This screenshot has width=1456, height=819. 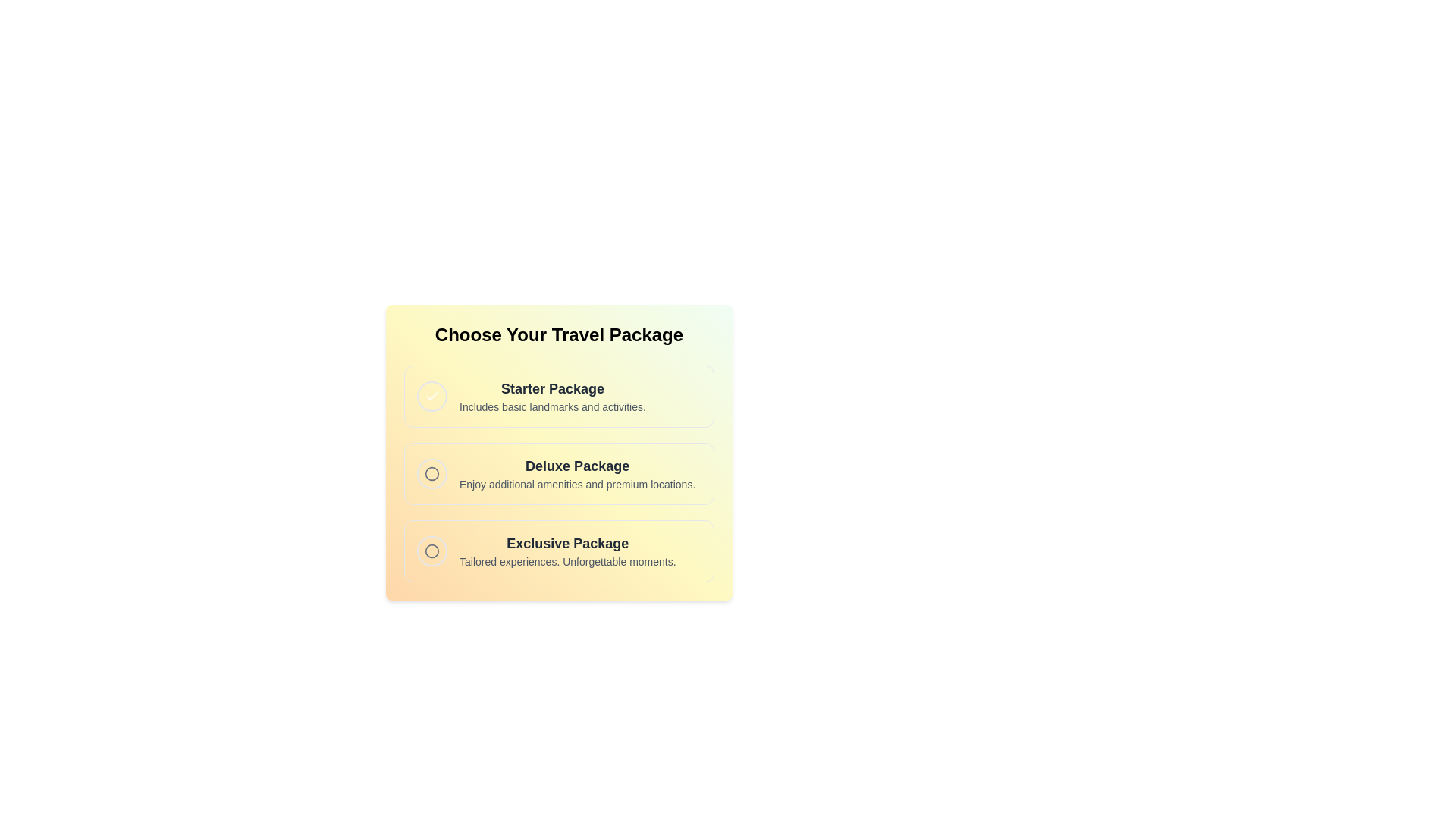 What do you see at coordinates (566, 551) in the screenshot?
I see `descriptive text content of the 'Exclusive Package' option, which is located within the third option card in a vertical list, below the 'Deluxe Package'` at bounding box center [566, 551].